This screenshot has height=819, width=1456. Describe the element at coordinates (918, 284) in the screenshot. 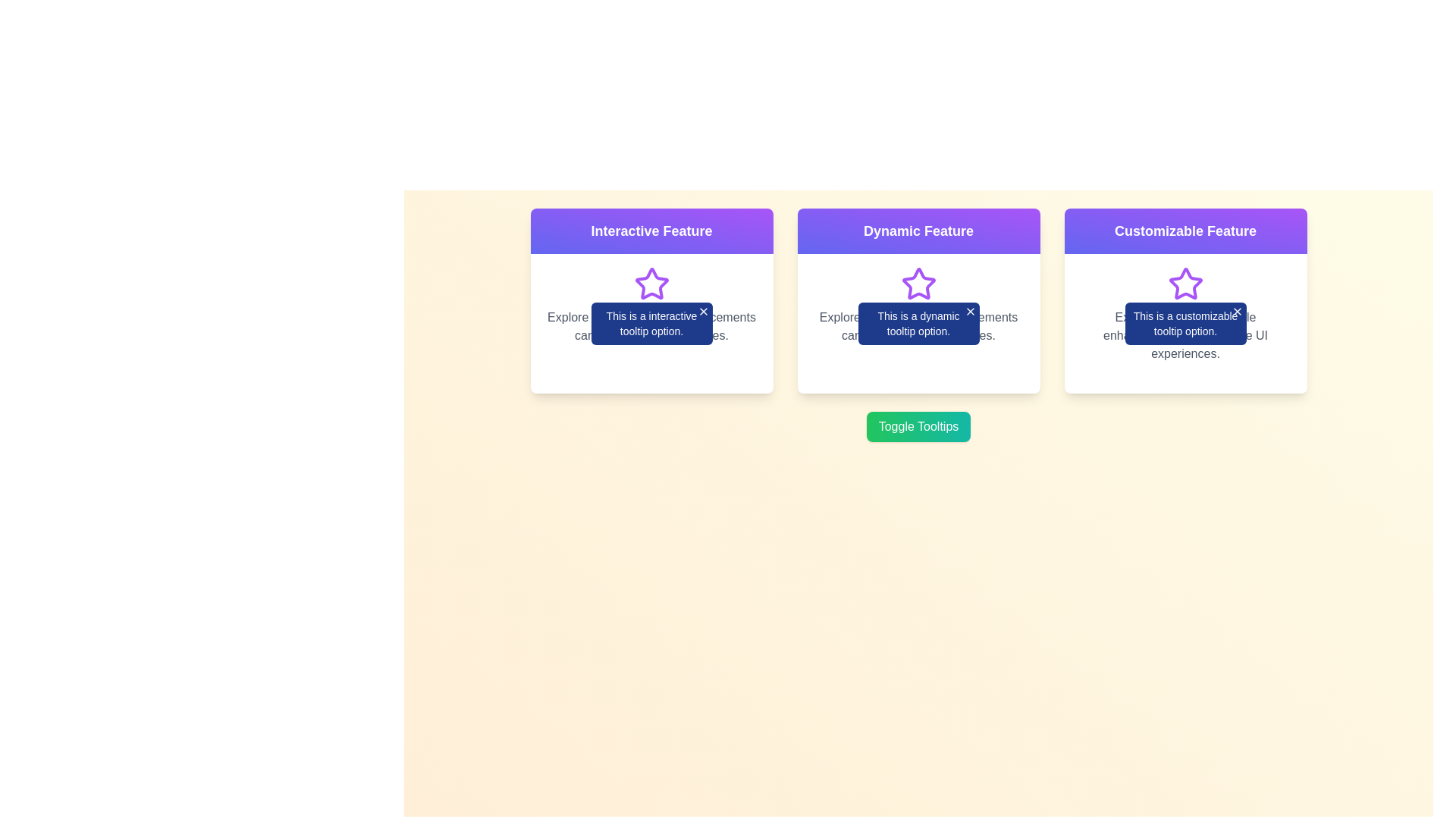

I see `the icon representing the 'Dynamic Feature' card located at the center of the middle card for interactions` at that location.